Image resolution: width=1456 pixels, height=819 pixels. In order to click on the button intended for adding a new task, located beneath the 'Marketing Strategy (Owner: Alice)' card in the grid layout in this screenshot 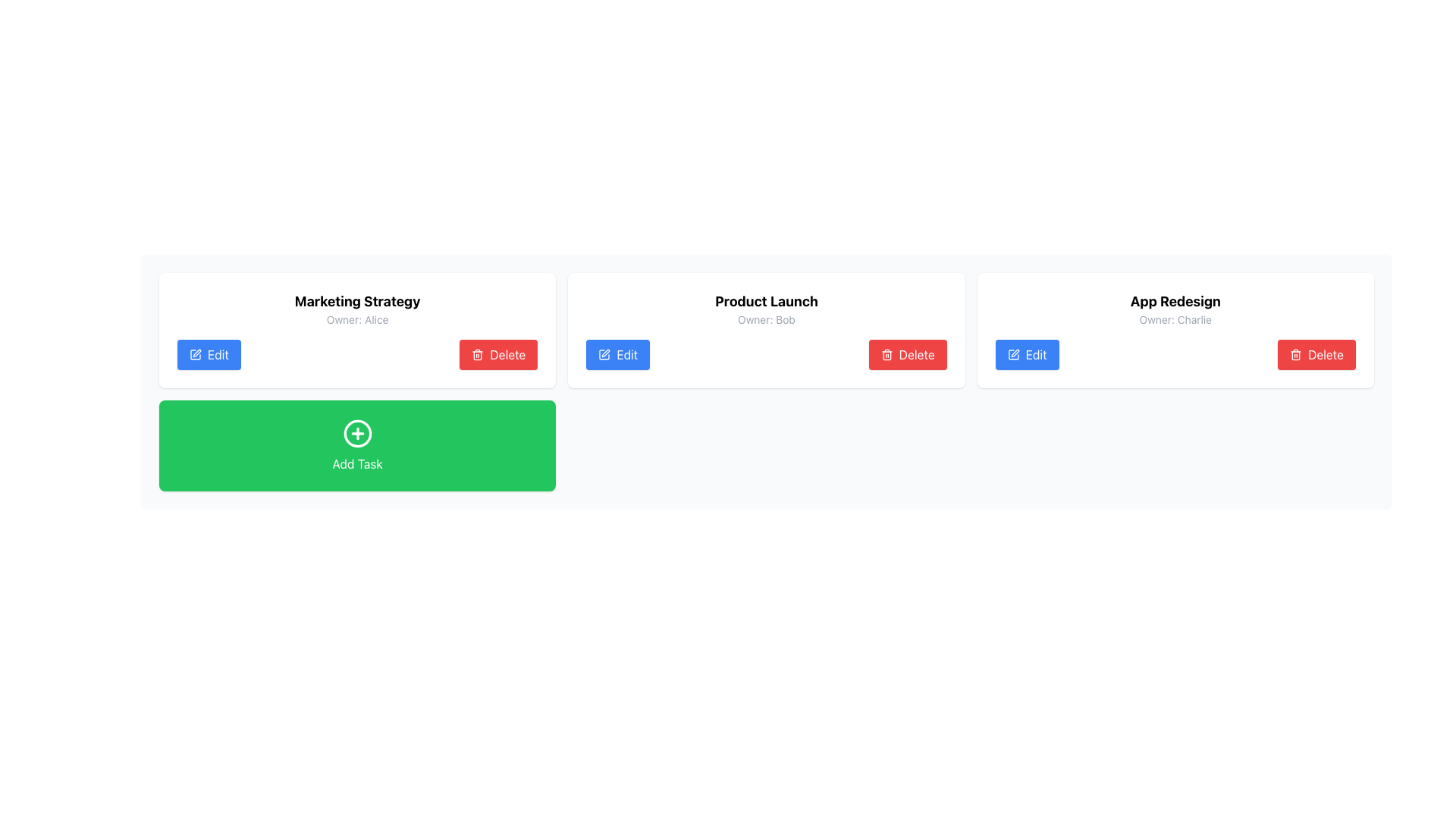, I will do `click(356, 444)`.